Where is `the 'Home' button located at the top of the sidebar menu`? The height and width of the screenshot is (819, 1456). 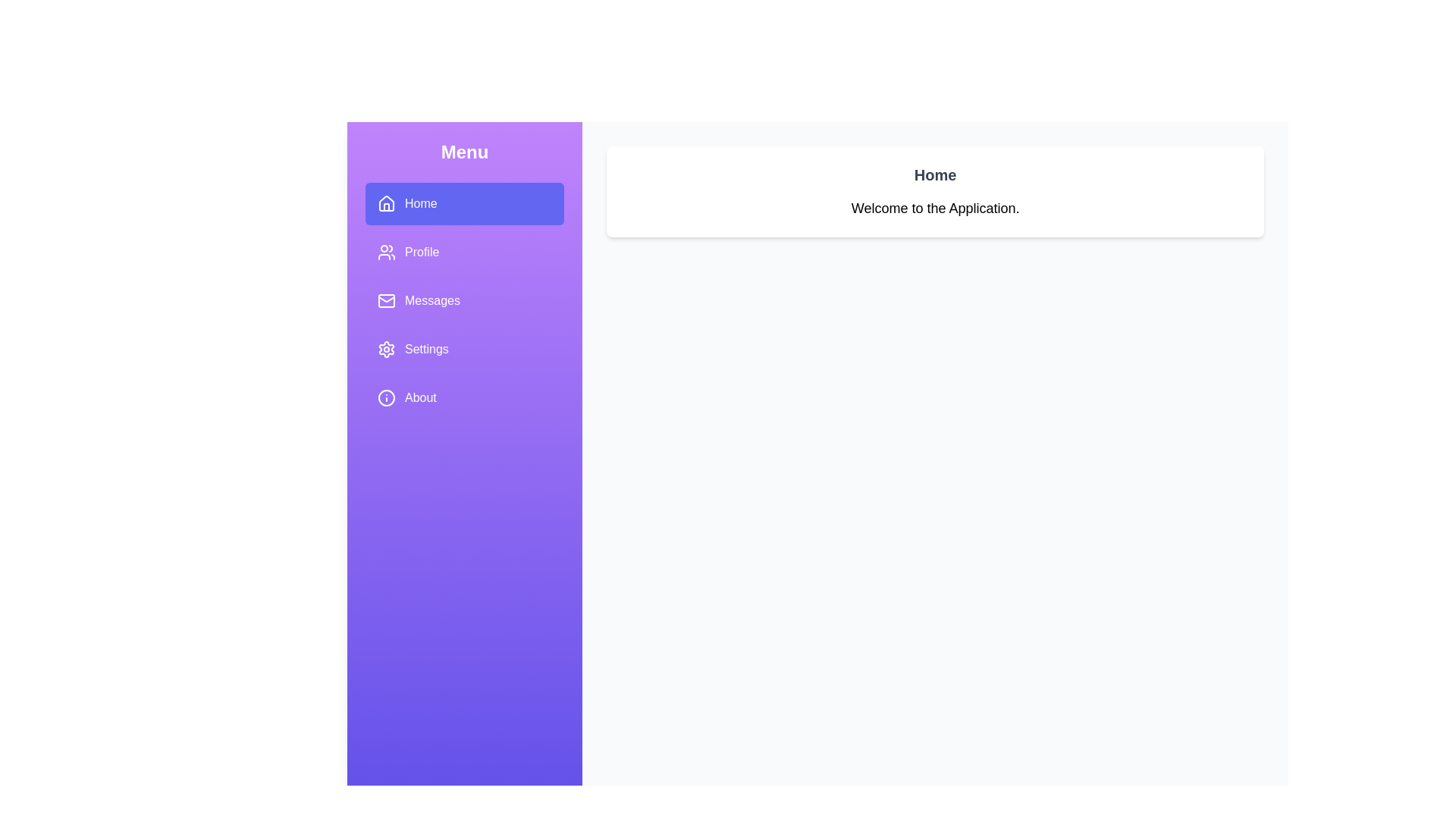 the 'Home' button located at the top of the sidebar menu is located at coordinates (464, 203).